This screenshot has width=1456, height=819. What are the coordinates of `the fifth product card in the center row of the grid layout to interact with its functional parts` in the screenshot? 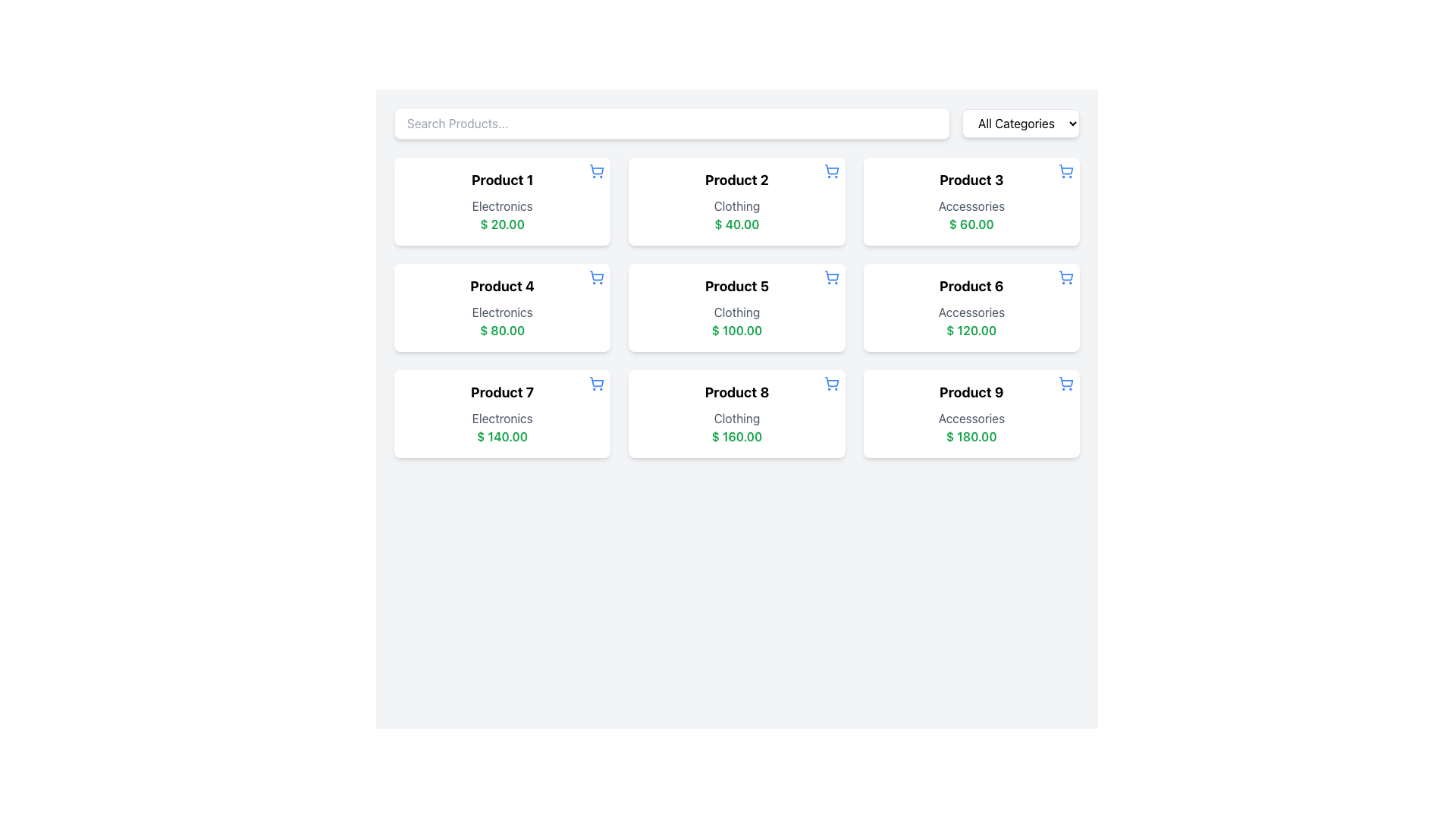 It's located at (736, 307).